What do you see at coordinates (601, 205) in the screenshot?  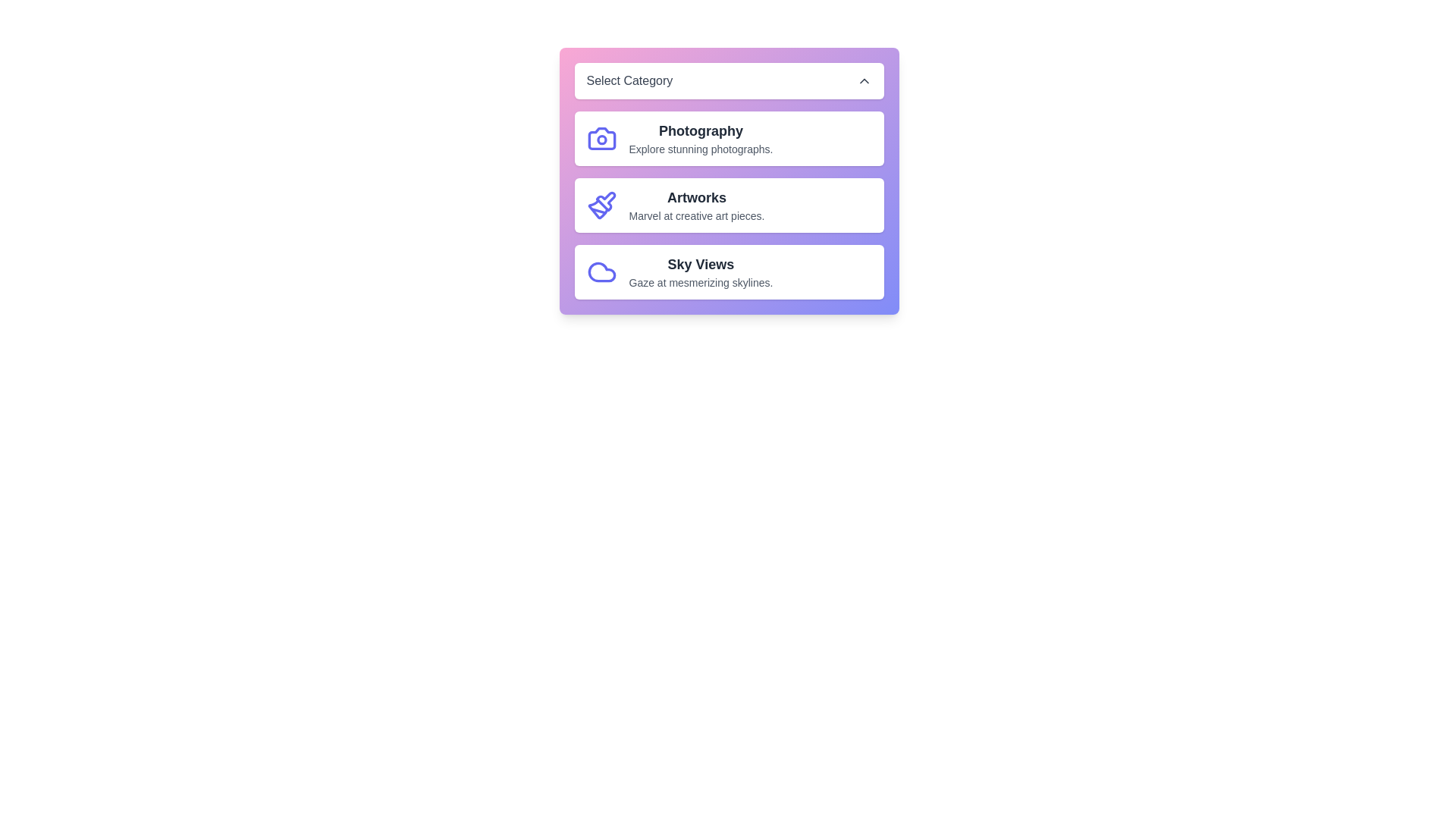 I see `the icon for the category Artworks` at bounding box center [601, 205].